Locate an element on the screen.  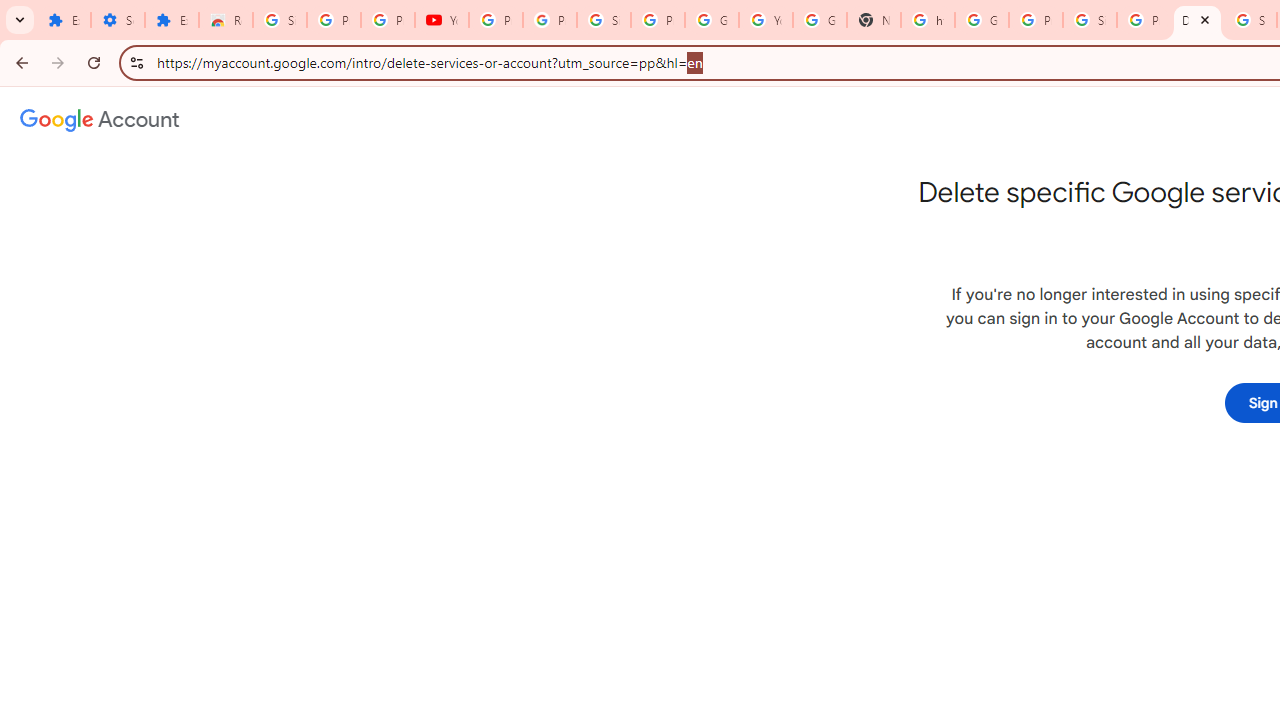
'YouTube' is located at coordinates (440, 20).